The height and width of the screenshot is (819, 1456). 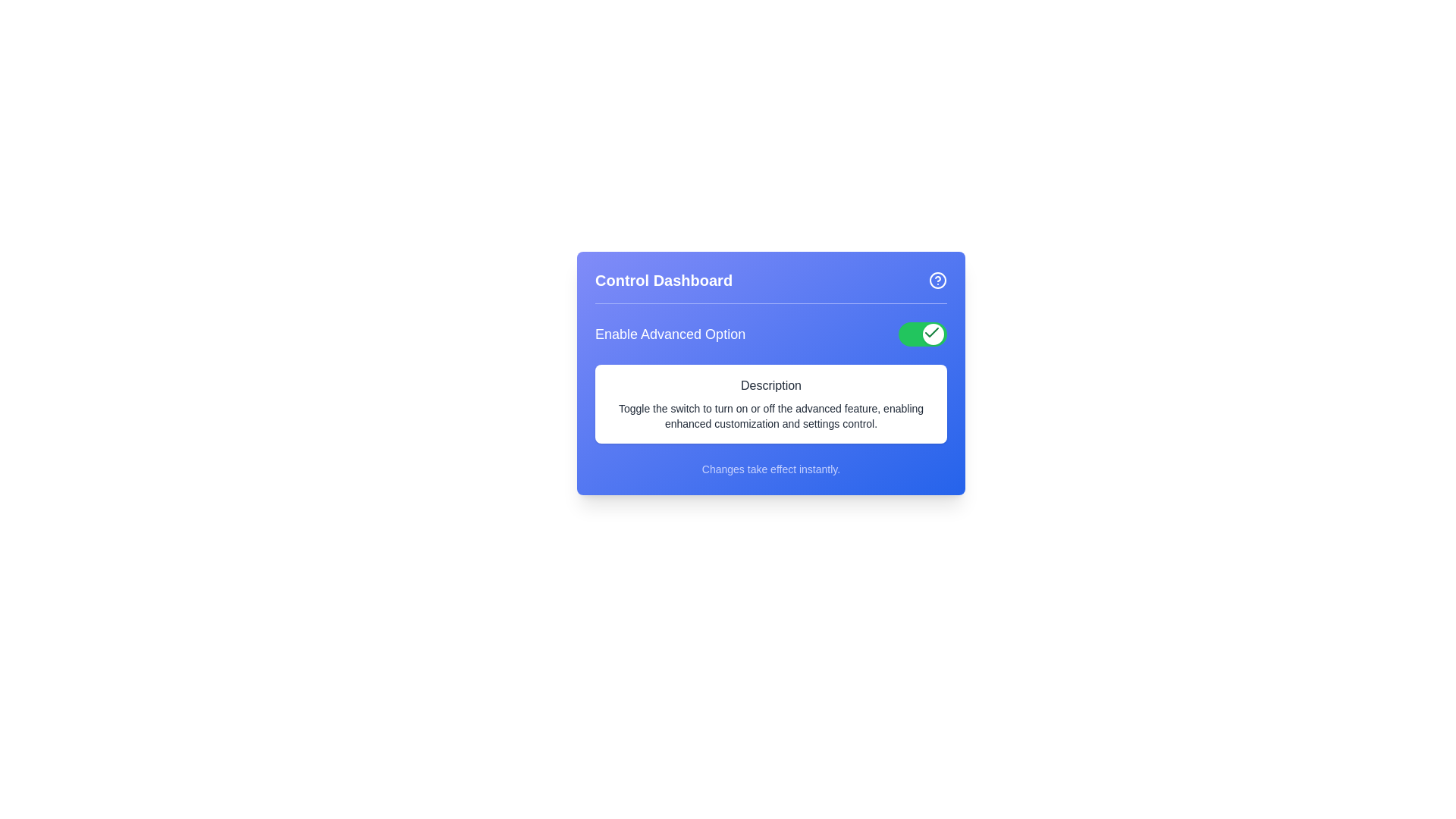 What do you see at coordinates (932, 333) in the screenshot?
I see `the circular white toggle button with a green checkmark icon located on the right side of the green toggle switch` at bounding box center [932, 333].